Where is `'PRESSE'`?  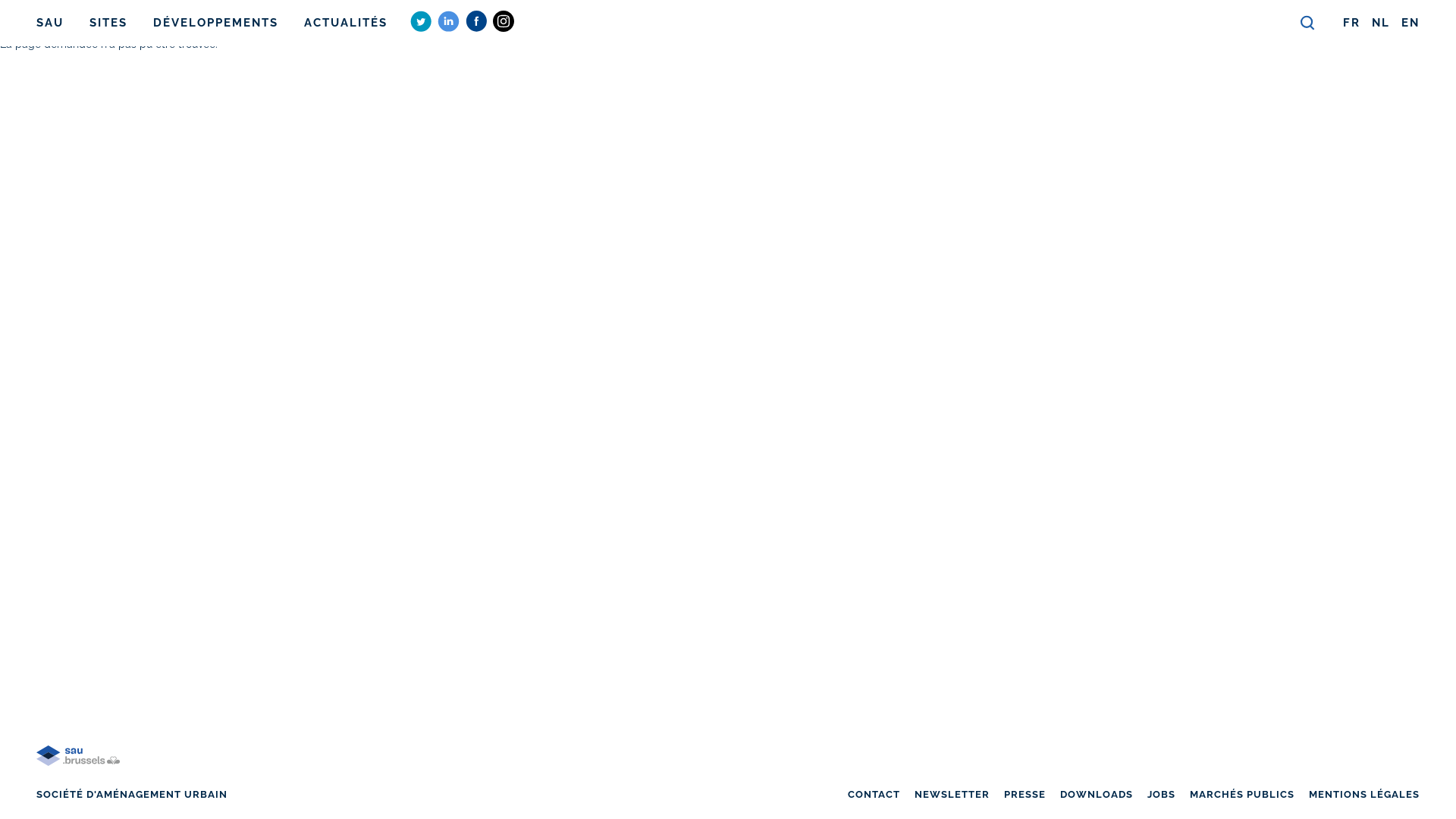 'PRESSE' is located at coordinates (1004, 793).